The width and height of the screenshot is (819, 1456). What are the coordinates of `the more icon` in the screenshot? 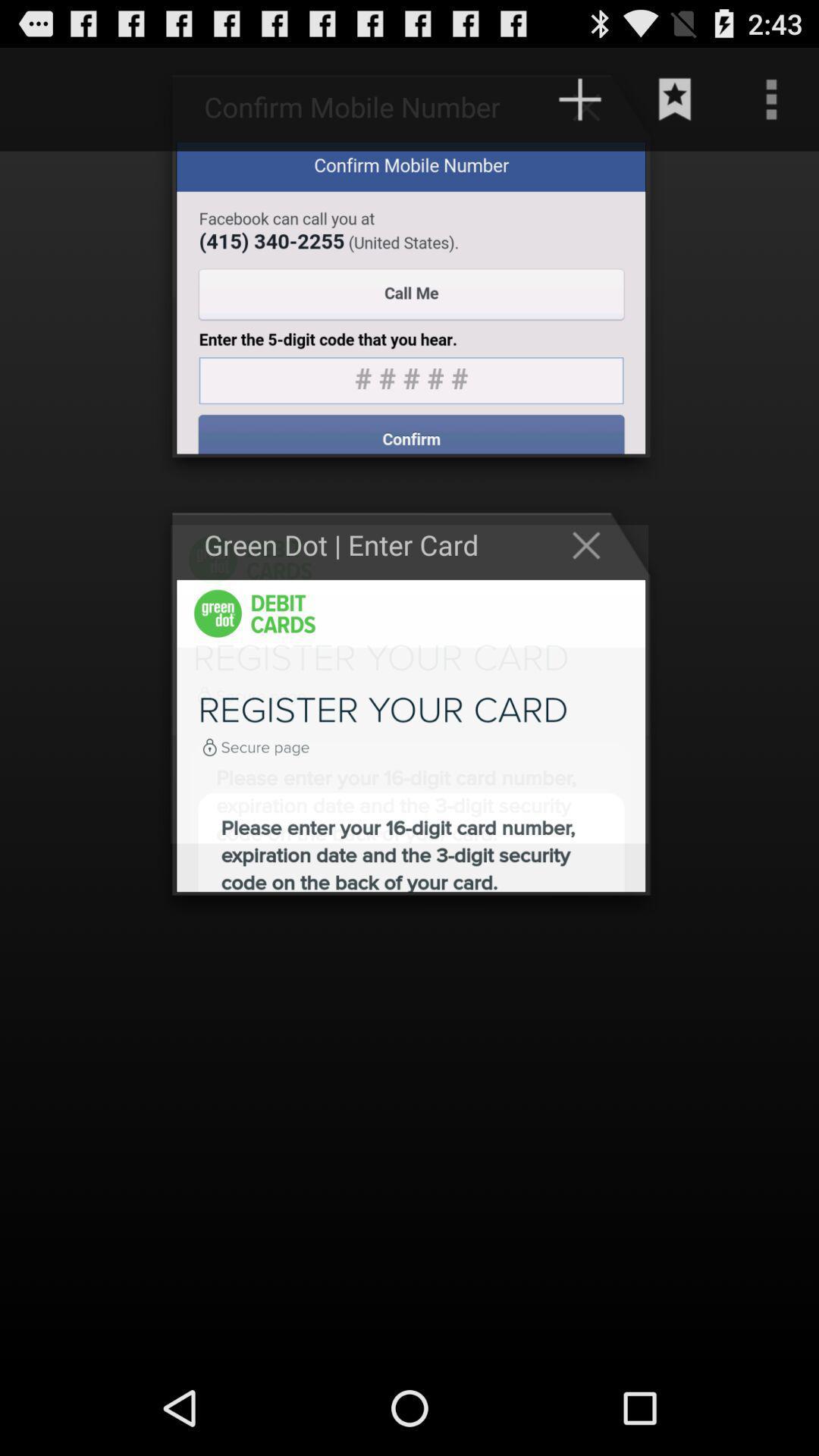 It's located at (771, 105).